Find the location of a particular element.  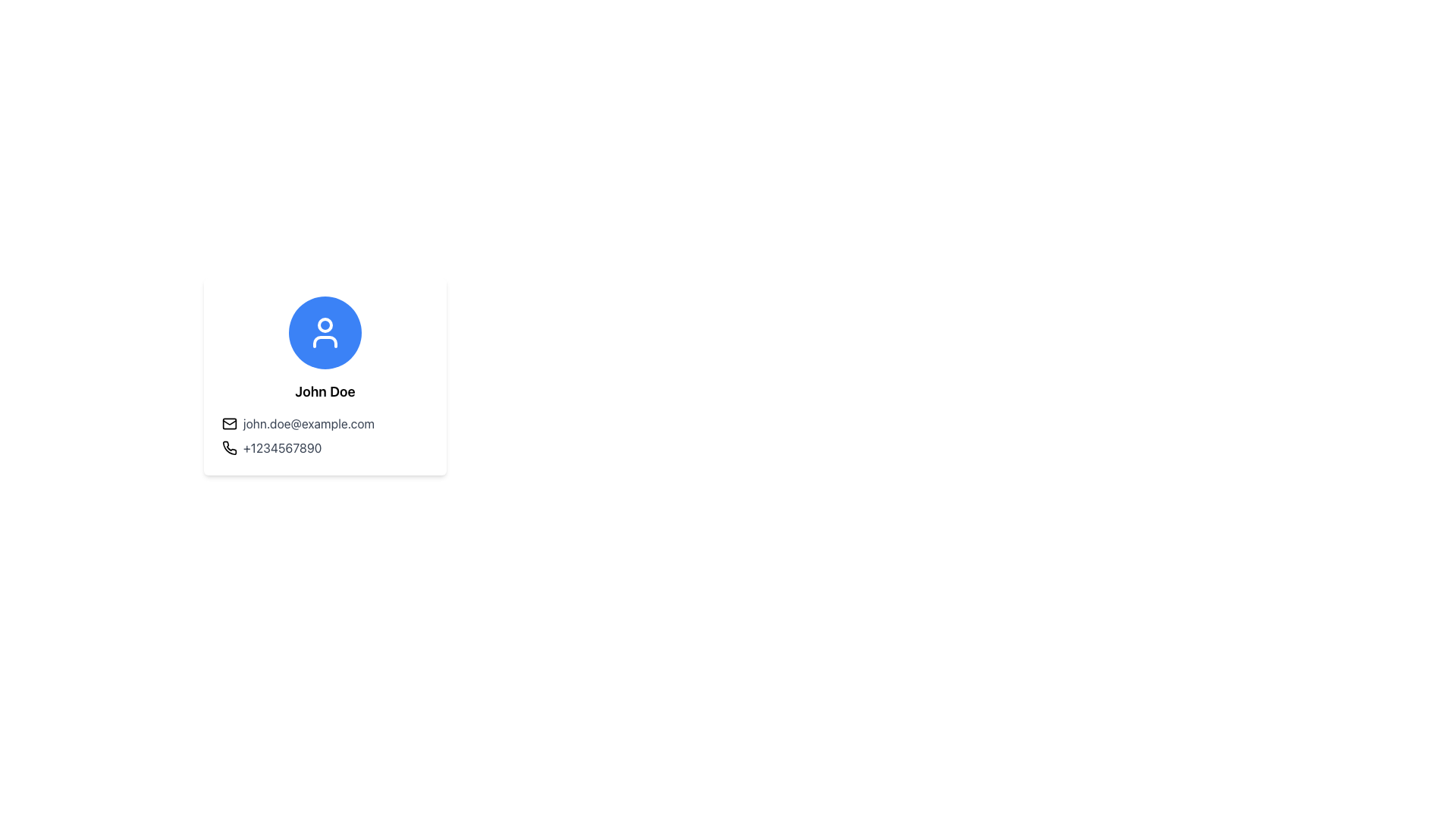

the user profile icon located centrally within a blue circular area at the top of a white rectangular card is located at coordinates (324, 332).